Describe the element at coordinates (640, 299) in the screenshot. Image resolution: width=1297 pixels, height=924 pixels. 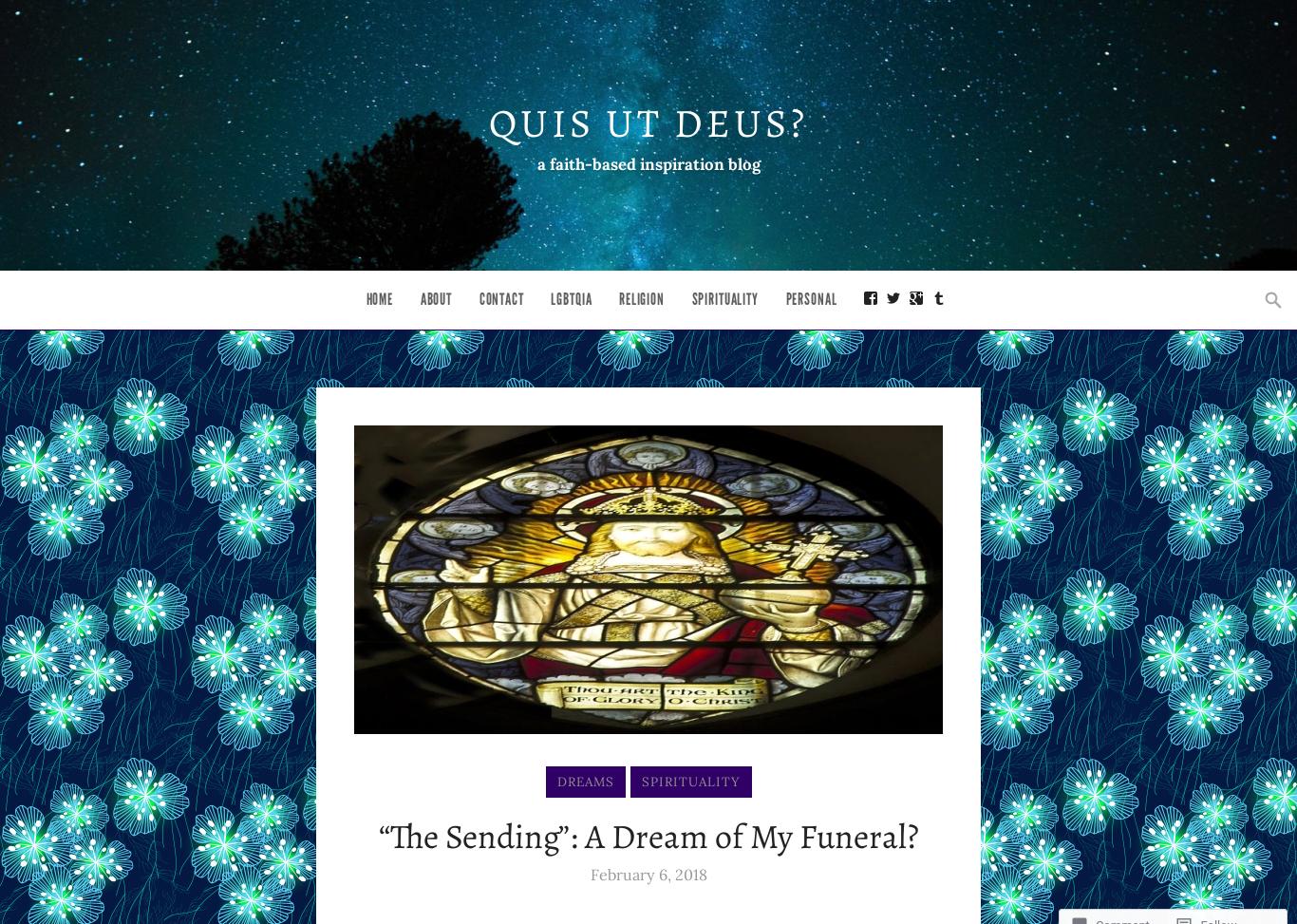
I see `'Religion'` at that location.